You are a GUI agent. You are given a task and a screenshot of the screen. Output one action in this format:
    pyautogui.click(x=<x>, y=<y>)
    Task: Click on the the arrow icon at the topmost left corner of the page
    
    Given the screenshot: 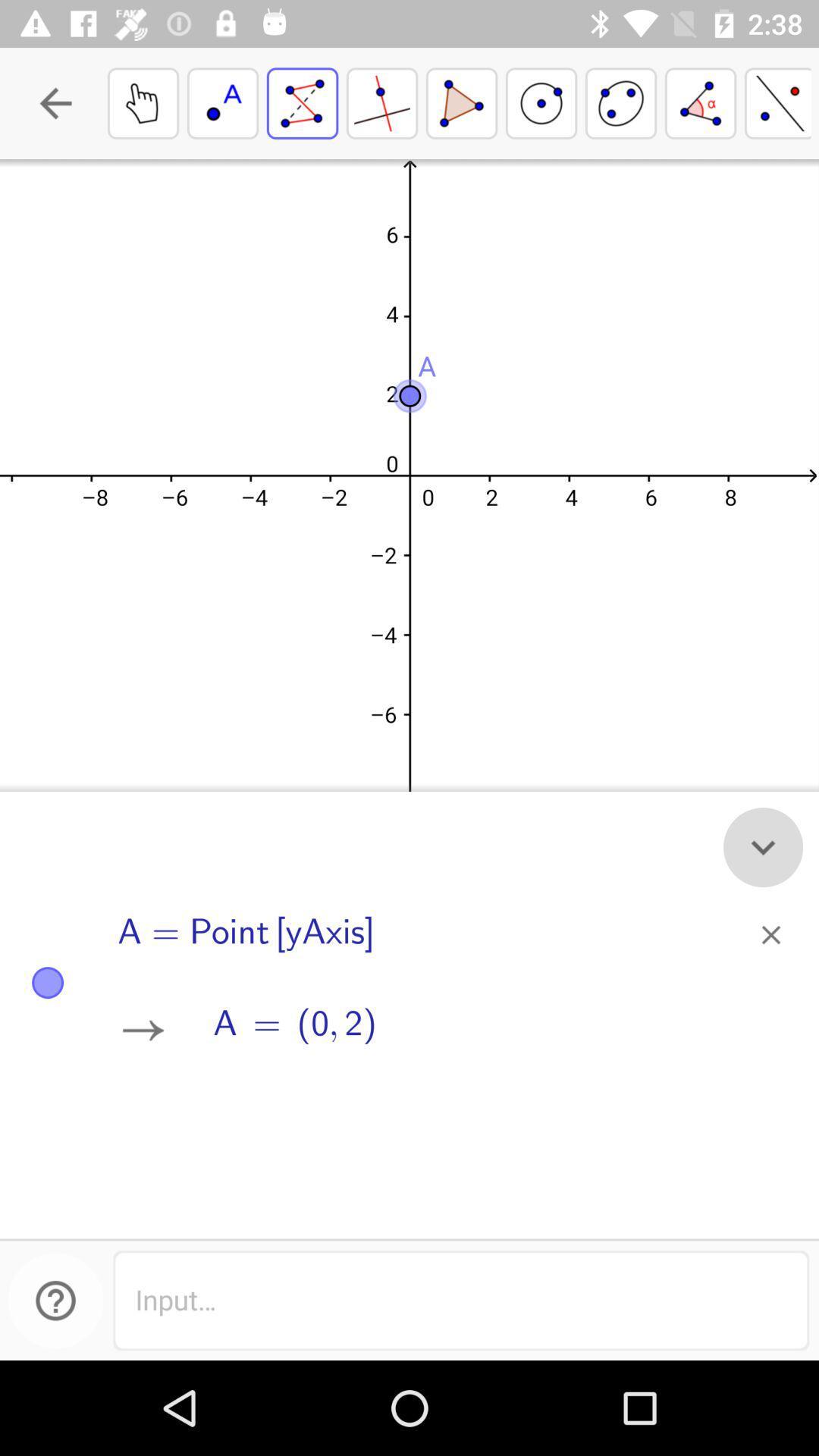 What is the action you would take?
    pyautogui.click(x=55, y=103)
    